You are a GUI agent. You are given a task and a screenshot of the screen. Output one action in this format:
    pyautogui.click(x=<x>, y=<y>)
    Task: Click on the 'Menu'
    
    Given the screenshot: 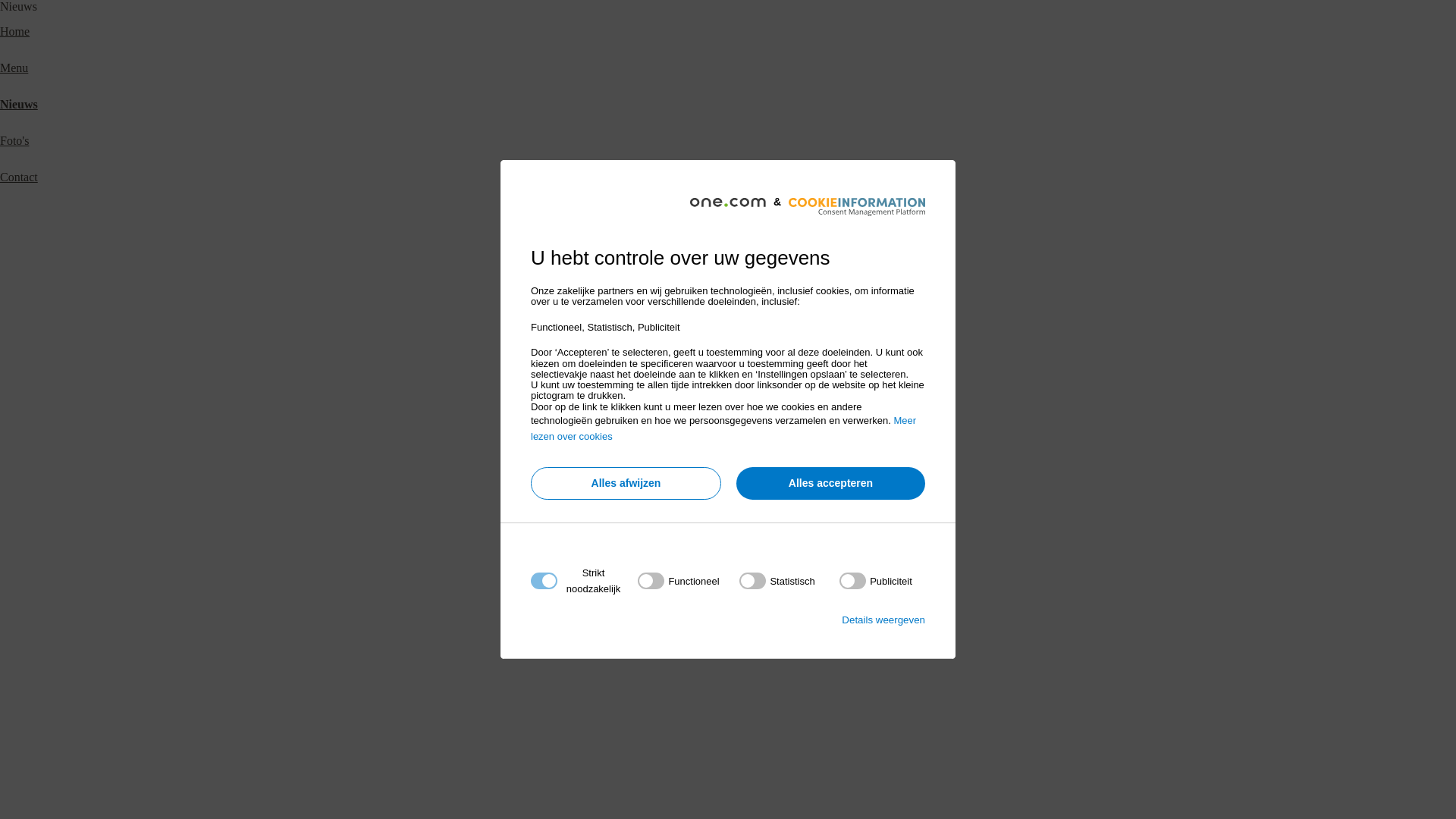 What is the action you would take?
    pyautogui.click(x=14, y=67)
    